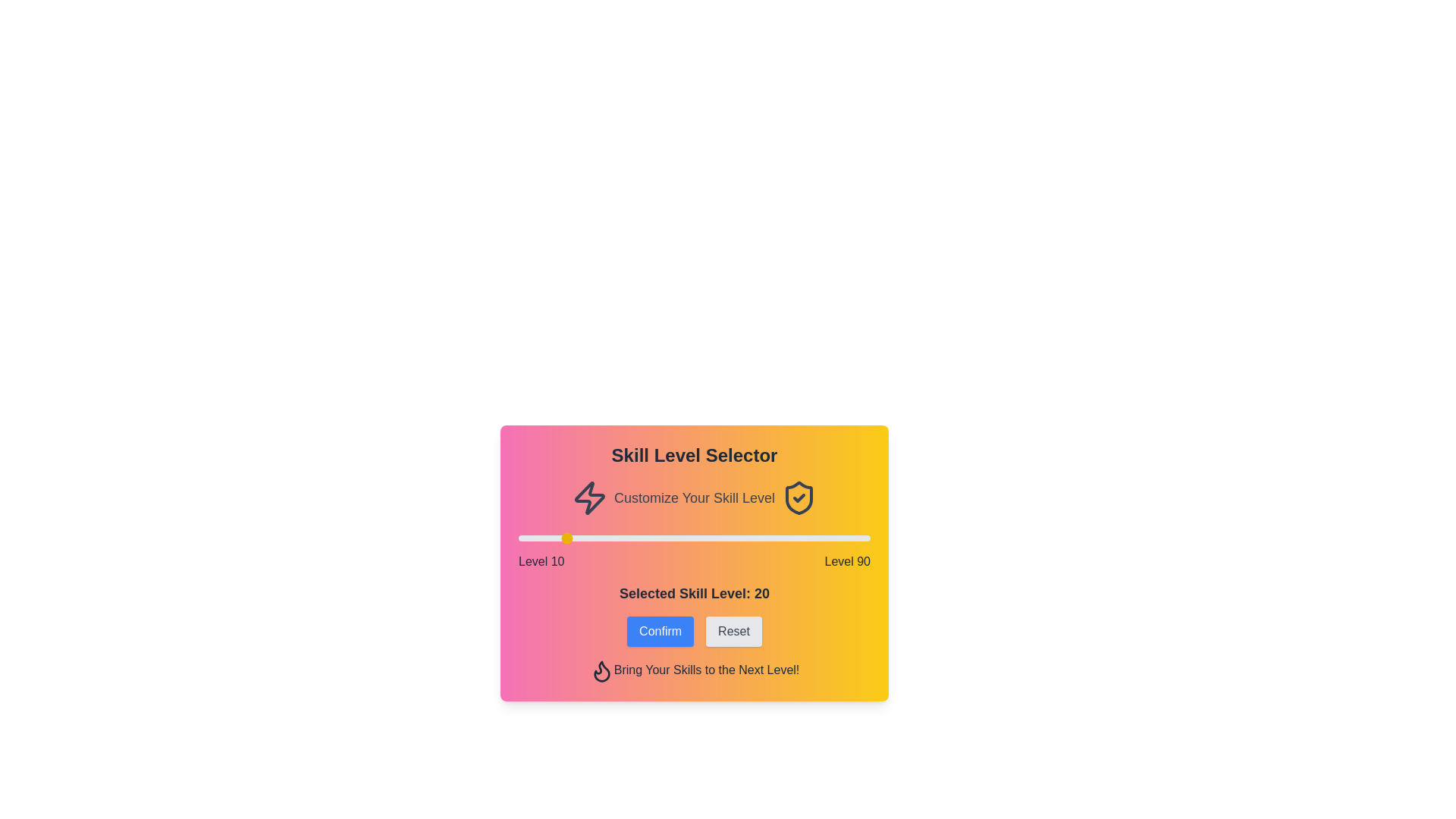  Describe the element at coordinates (601, 670) in the screenshot. I see `the specified icon (Flame) to trigger its action` at that location.